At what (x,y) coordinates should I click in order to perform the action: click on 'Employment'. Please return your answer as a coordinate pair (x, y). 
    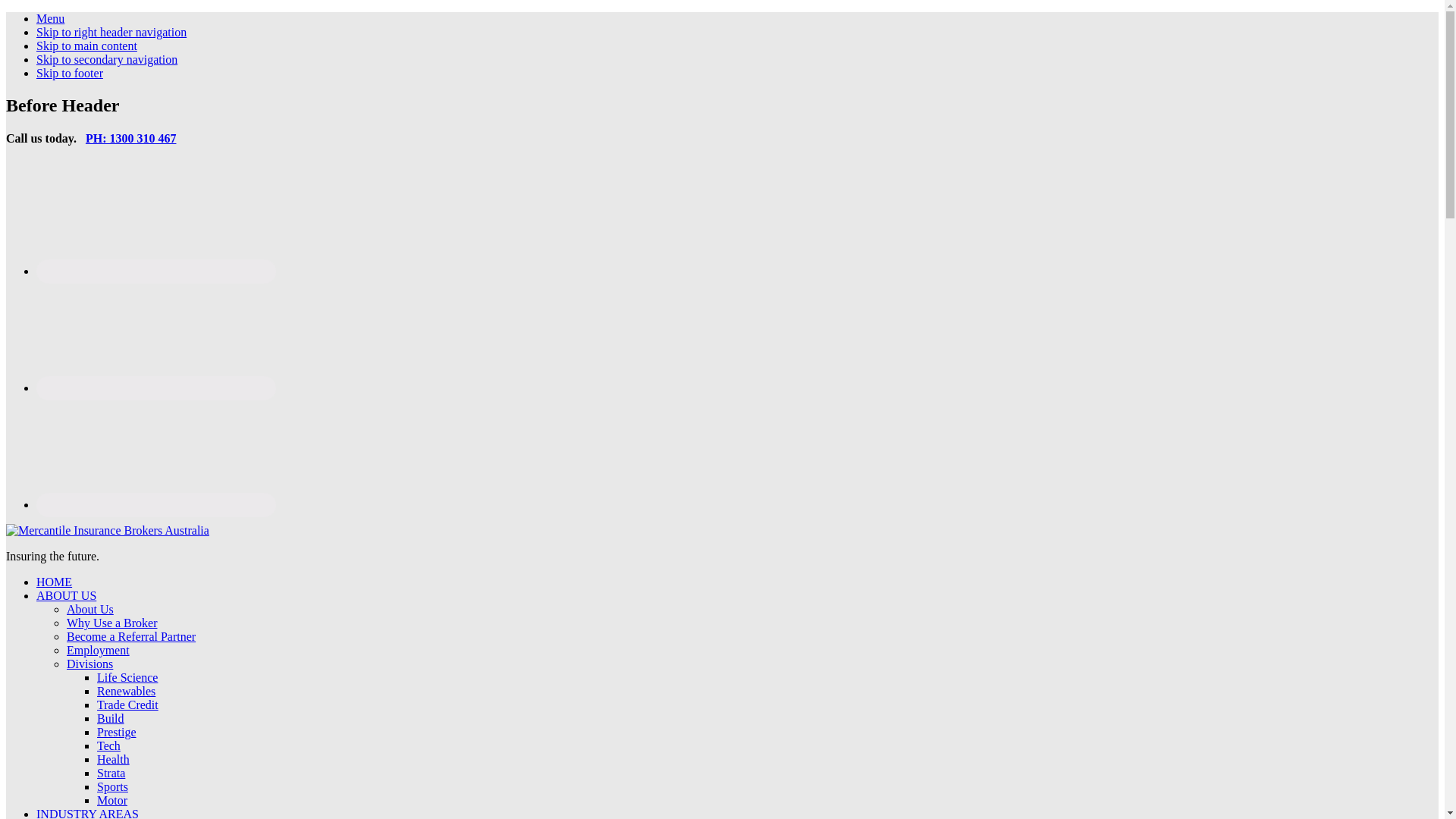
    Looking at the image, I should click on (65, 649).